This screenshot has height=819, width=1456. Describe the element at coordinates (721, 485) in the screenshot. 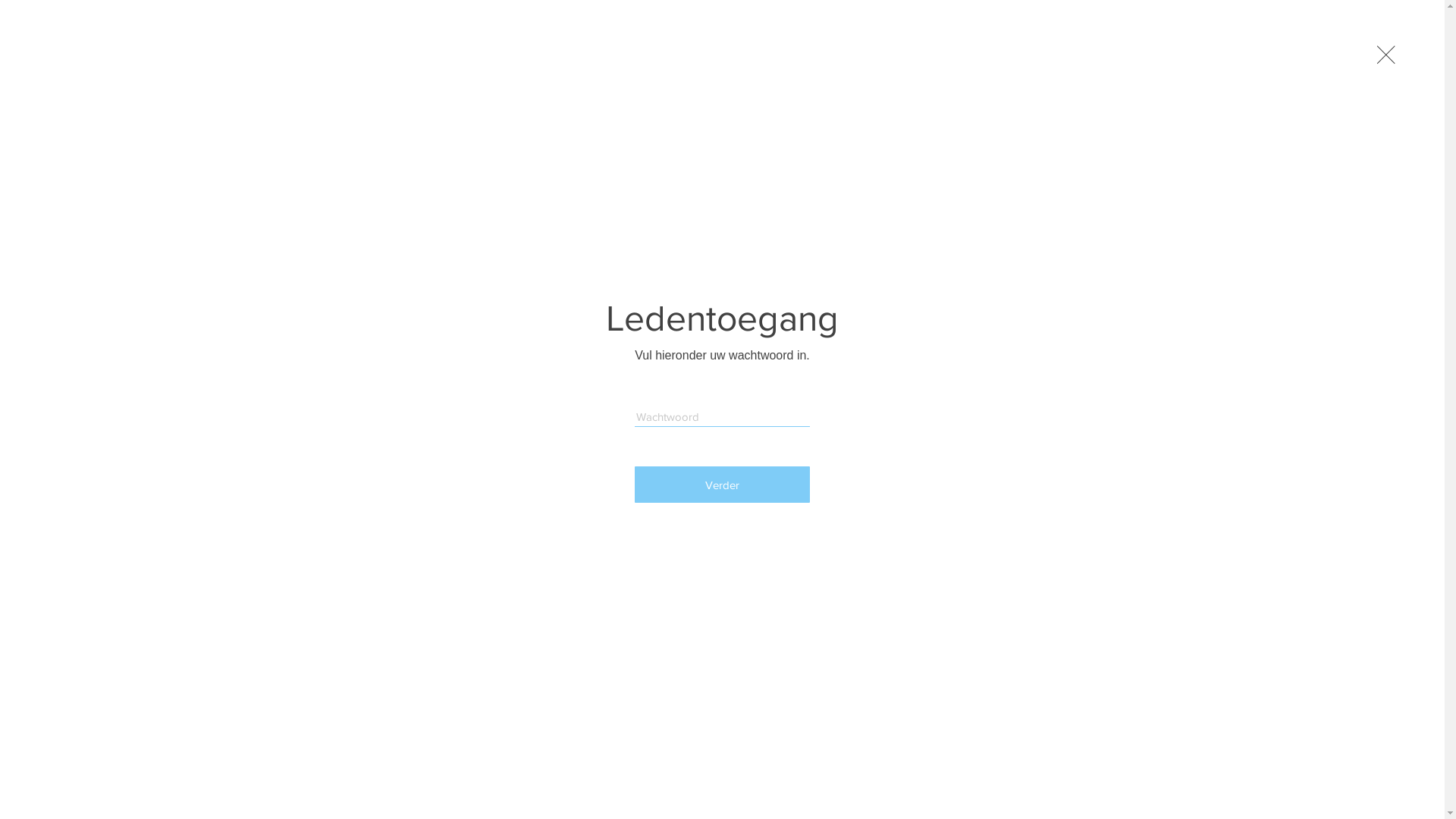

I see `'Verder'` at that location.